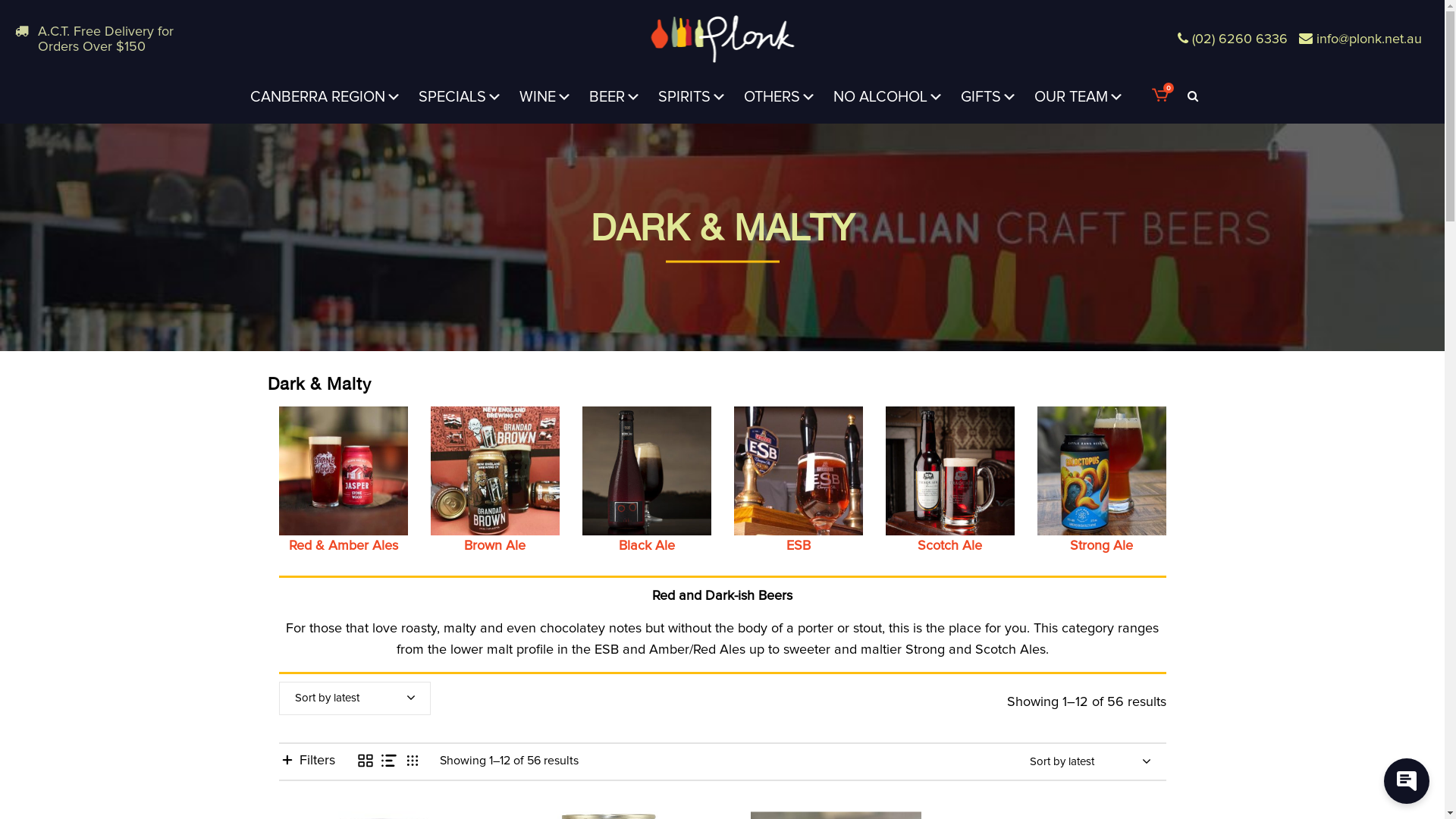 Image resolution: width=1456 pixels, height=819 pixels. I want to click on 'Brown Ale', so click(494, 479).